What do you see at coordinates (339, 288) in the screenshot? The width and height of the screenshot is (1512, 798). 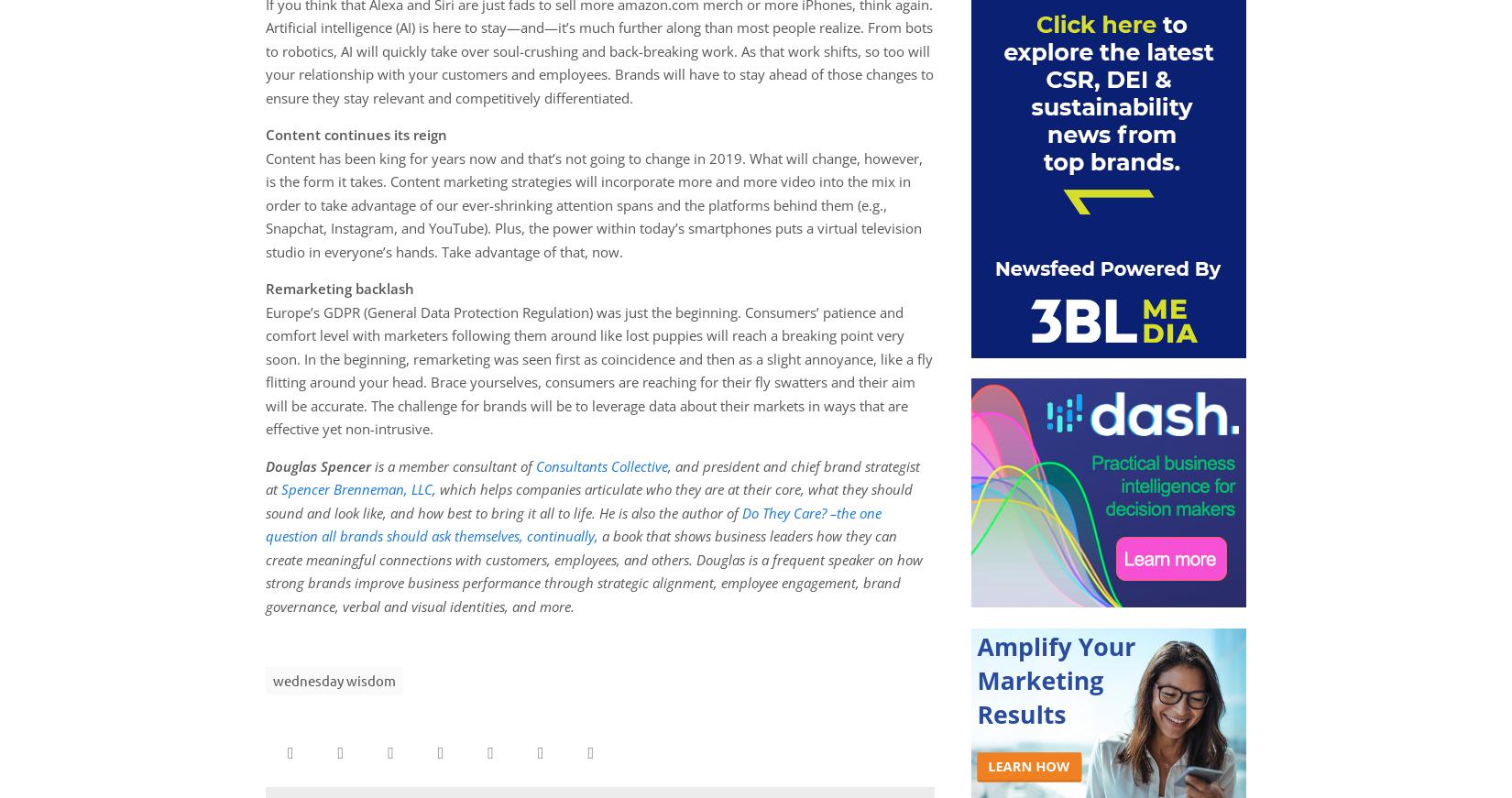 I see `'Remarketing backlash'` at bounding box center [339, 288].